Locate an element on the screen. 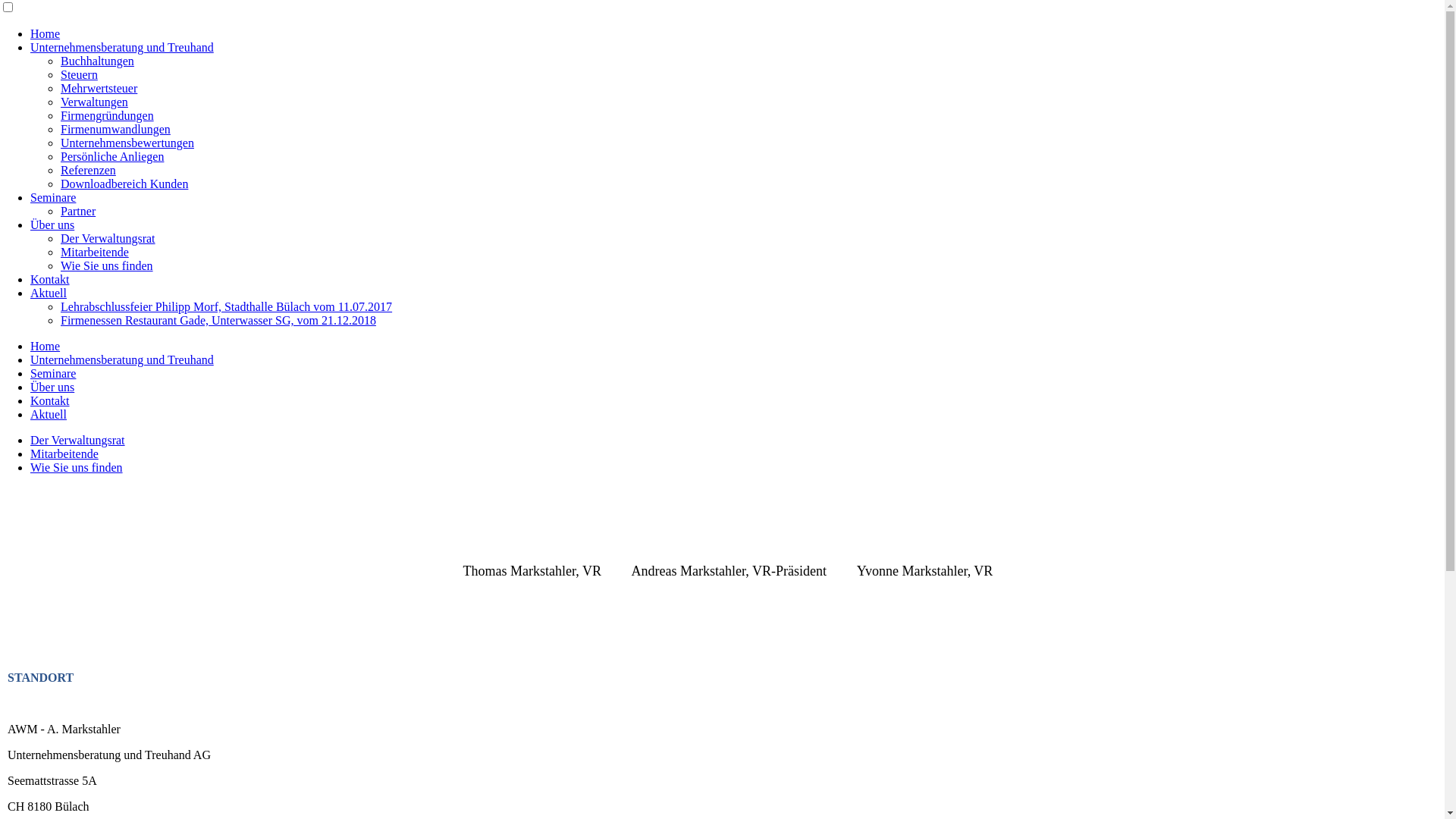  'Mehrwertsteuer' is located at coordinates (61, 88).